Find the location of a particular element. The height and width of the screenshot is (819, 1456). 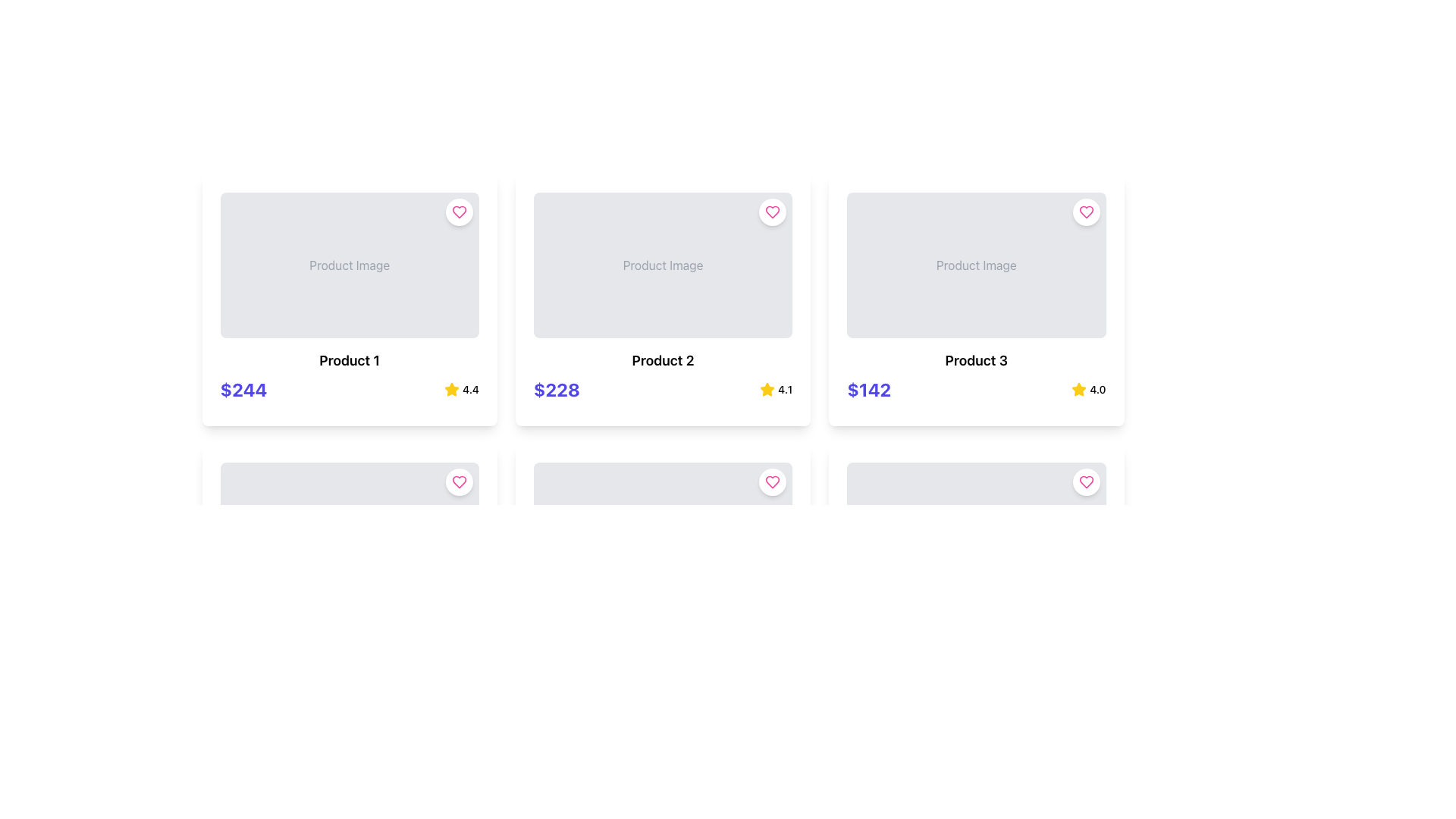

the star-shaped icon with a yellow fill and outline, which serves as a rating indicator next to the numeric rating value '4.1' in the second product card of the top row is located at coordinates (767, 388).